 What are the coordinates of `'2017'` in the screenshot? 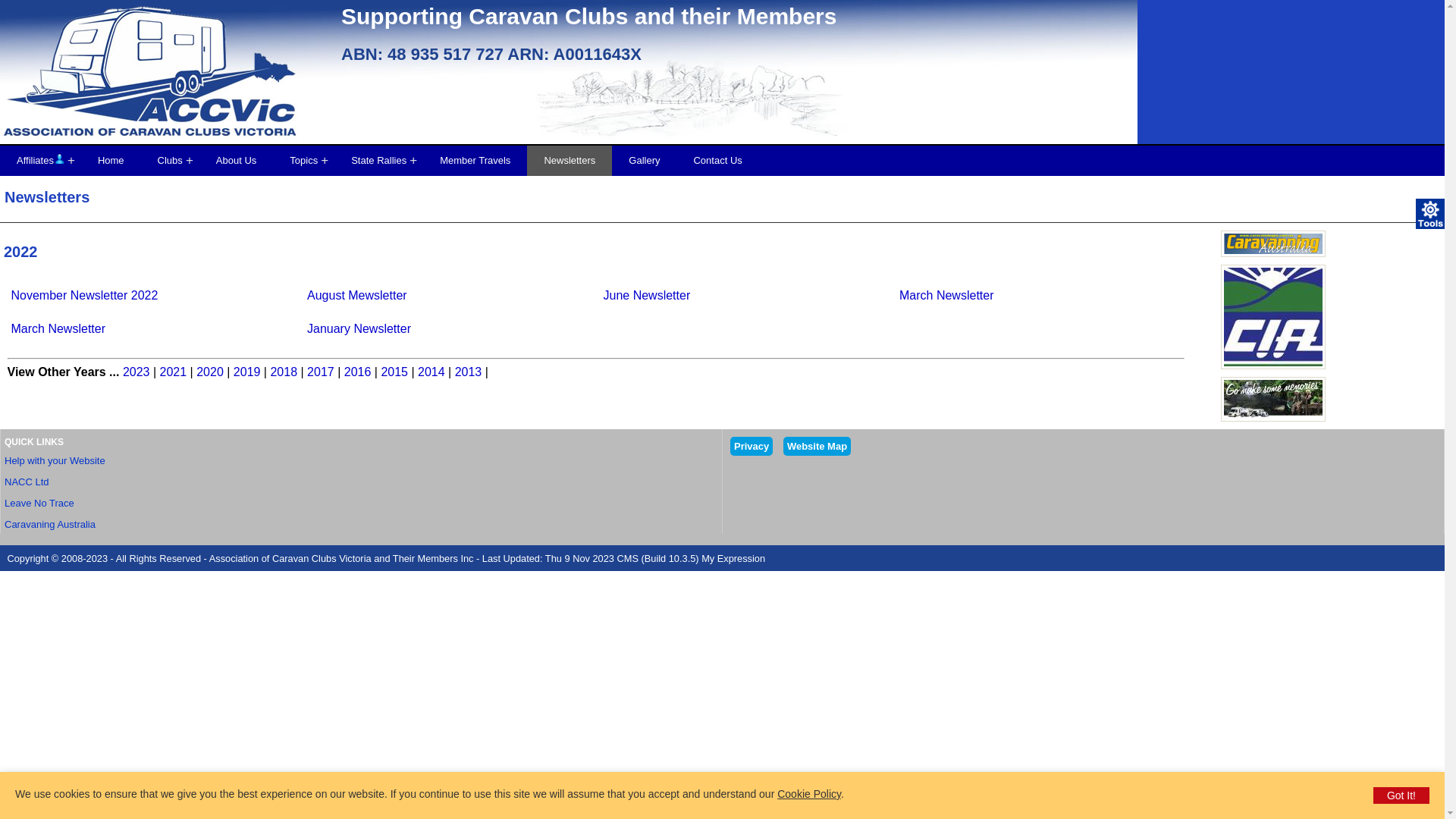 It's located at (319, 372).